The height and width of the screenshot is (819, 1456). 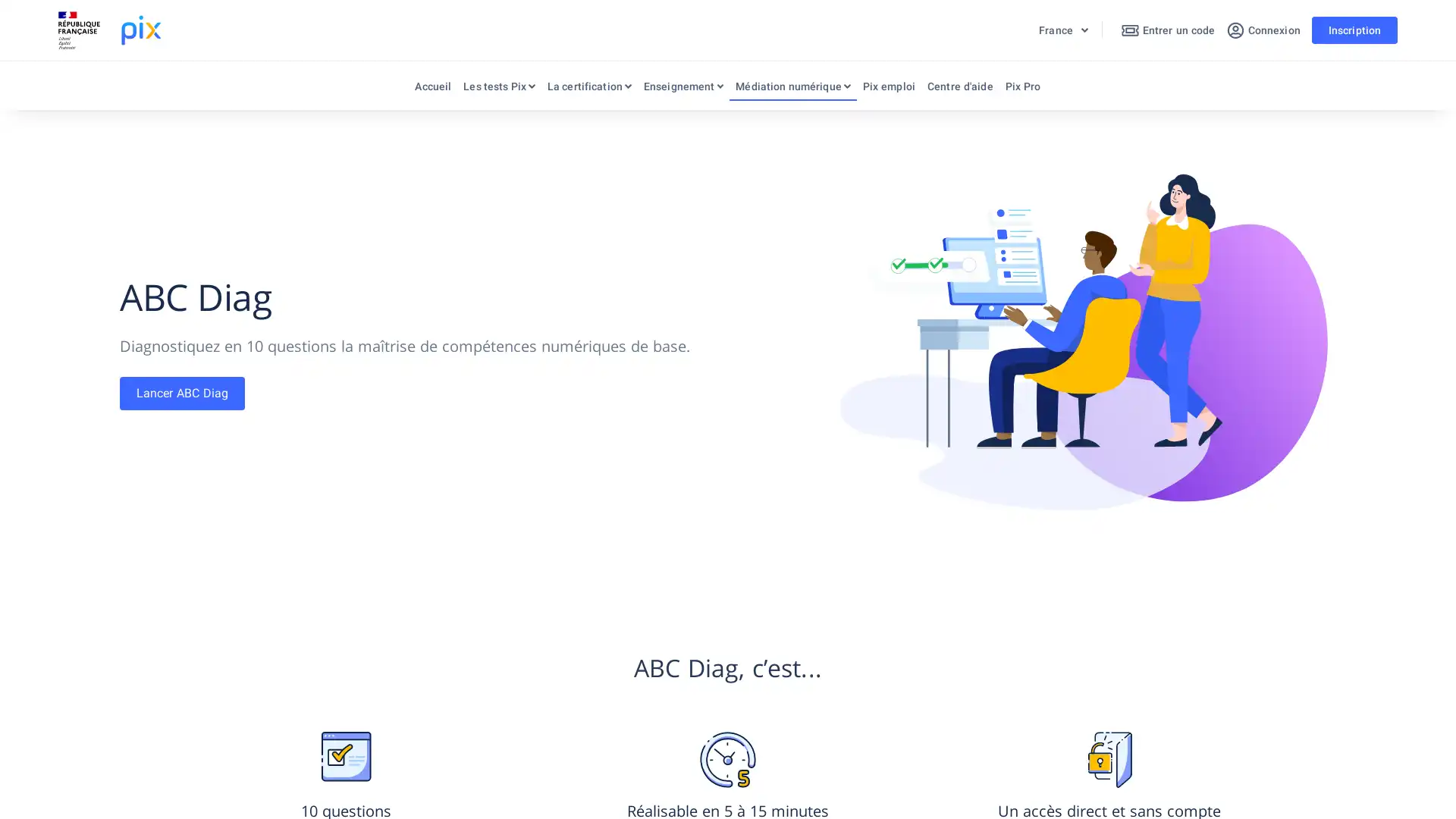 I want to click on Enseignement, so click(x=682, y=89).